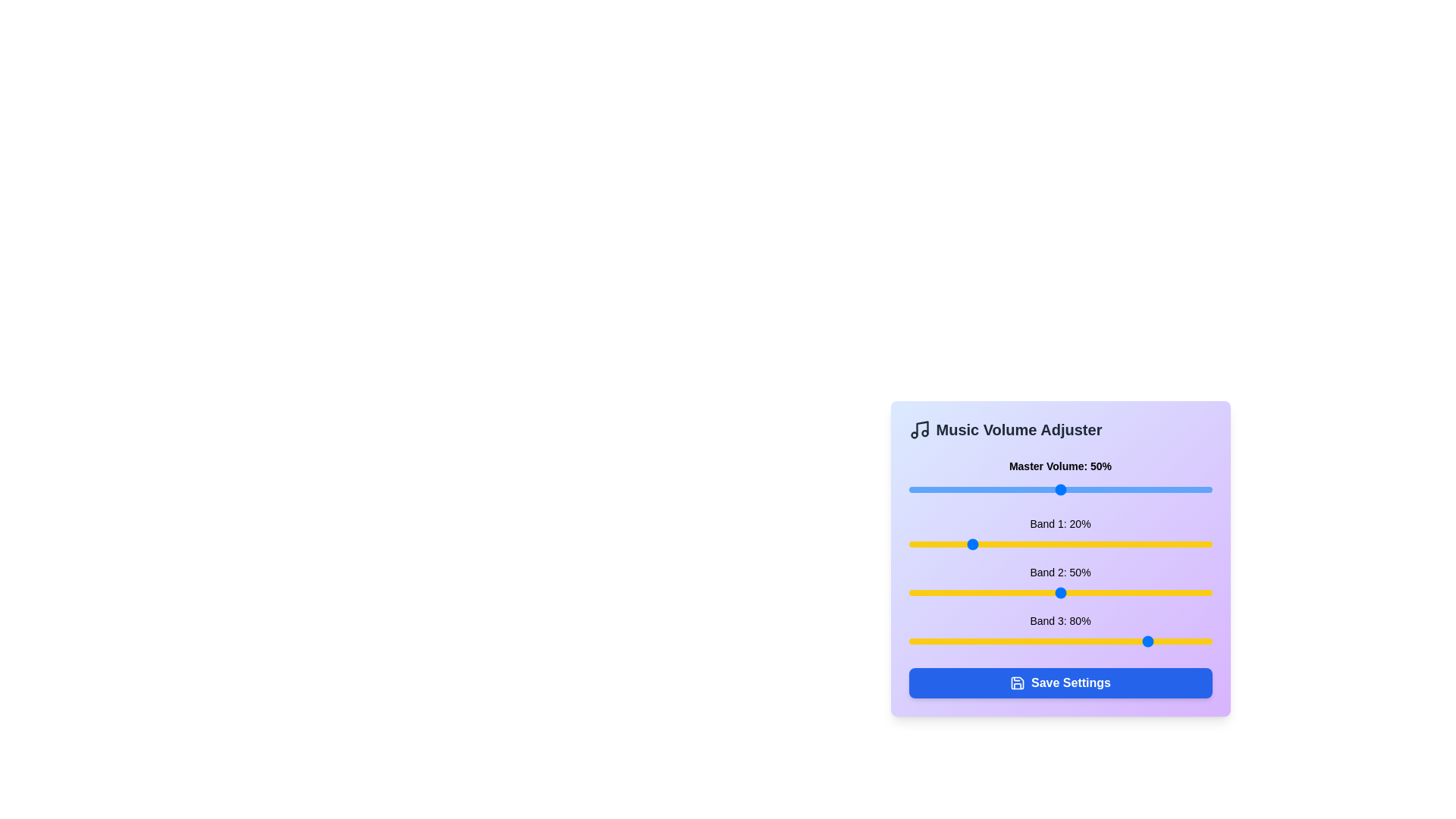 Image resolution: width=1456 pixels, height=819 pixels. I want to click on the master volume, so click(1181, 489).